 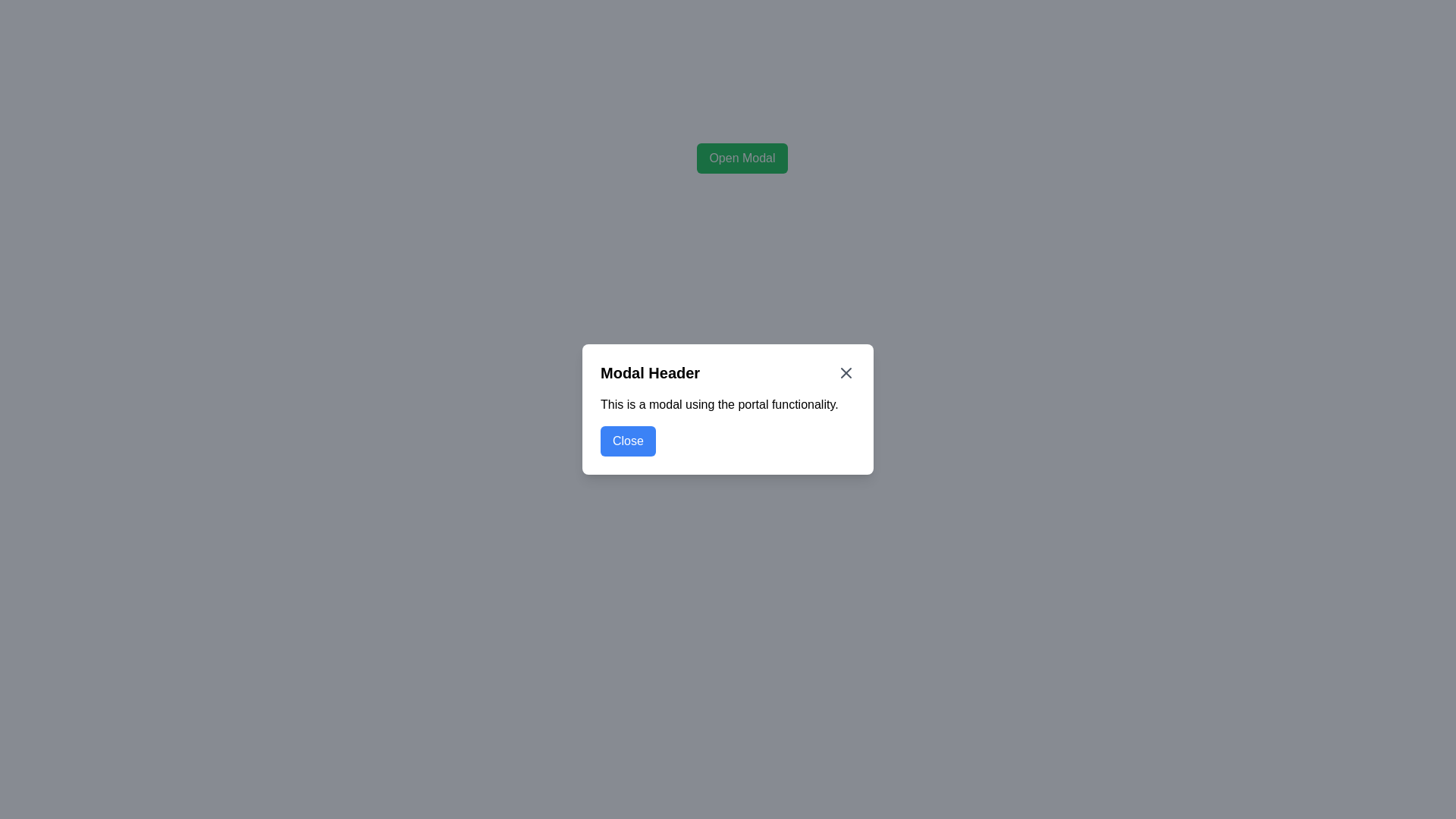 What do you see at coordinates (742, 158) in the screenshot?
I see `the button located near the top-center of the interface to observe the hover effect` at bounding box center [742, 158].